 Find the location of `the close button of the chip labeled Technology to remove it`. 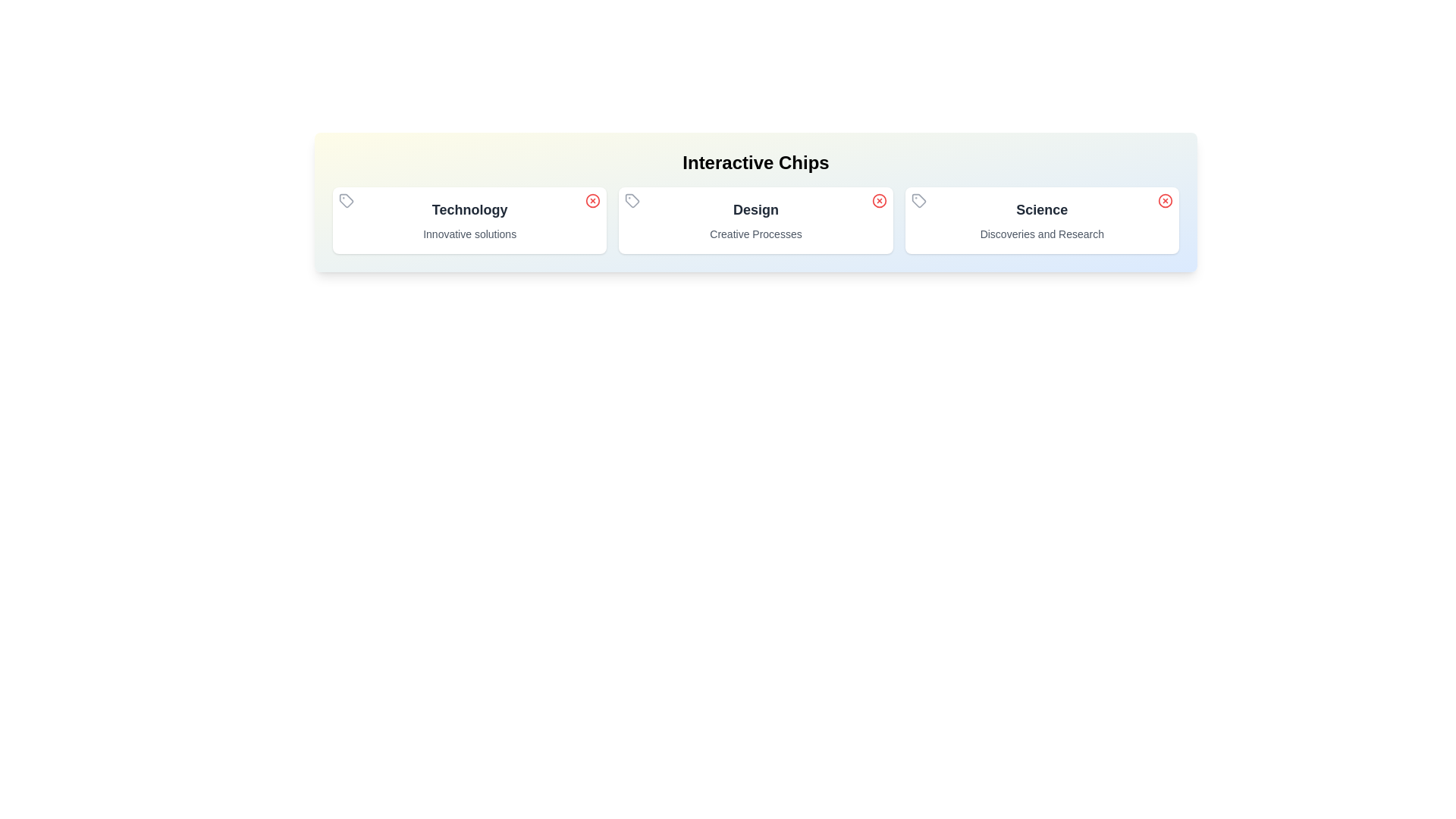

the close button of the chip labeled Technology to remove it is located at coordinates (592, 200).